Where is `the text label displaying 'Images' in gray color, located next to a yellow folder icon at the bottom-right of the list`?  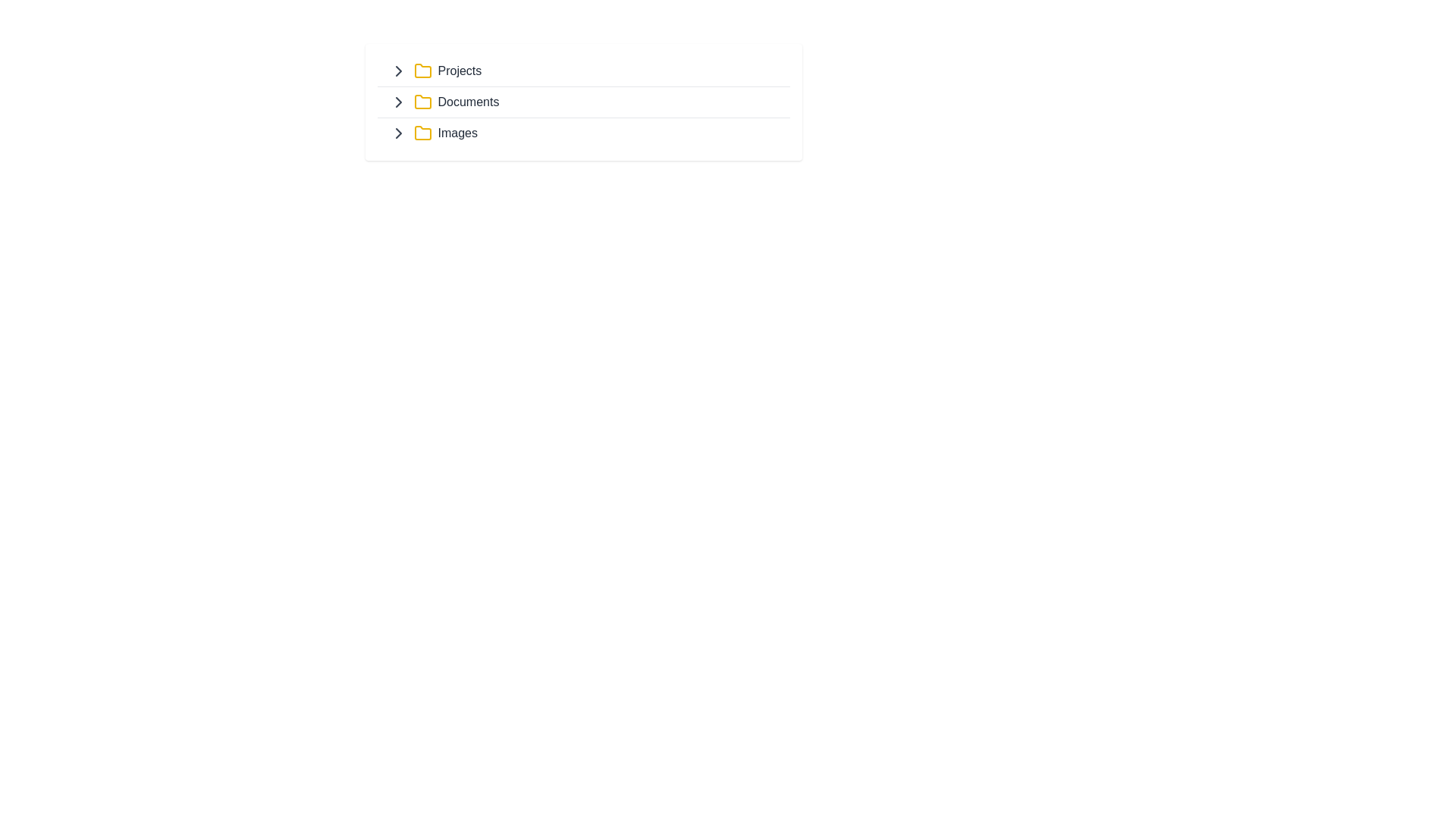
the text label displaying 'Images' in gray color, located next to a yellow folder icon at the bottom-right of the list is located at coordinates (457, 133).